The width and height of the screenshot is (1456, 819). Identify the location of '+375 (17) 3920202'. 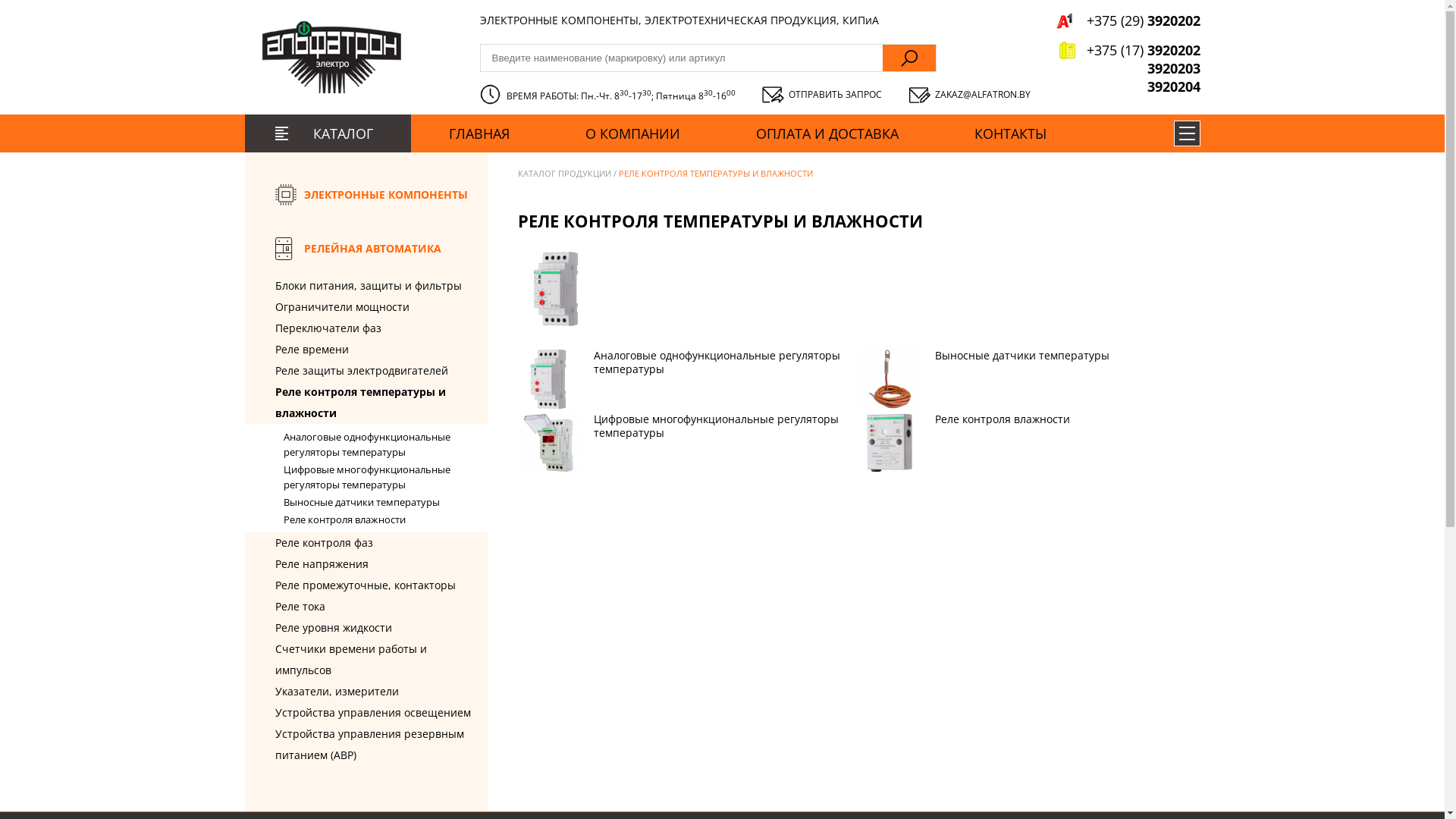
(1128, 49).